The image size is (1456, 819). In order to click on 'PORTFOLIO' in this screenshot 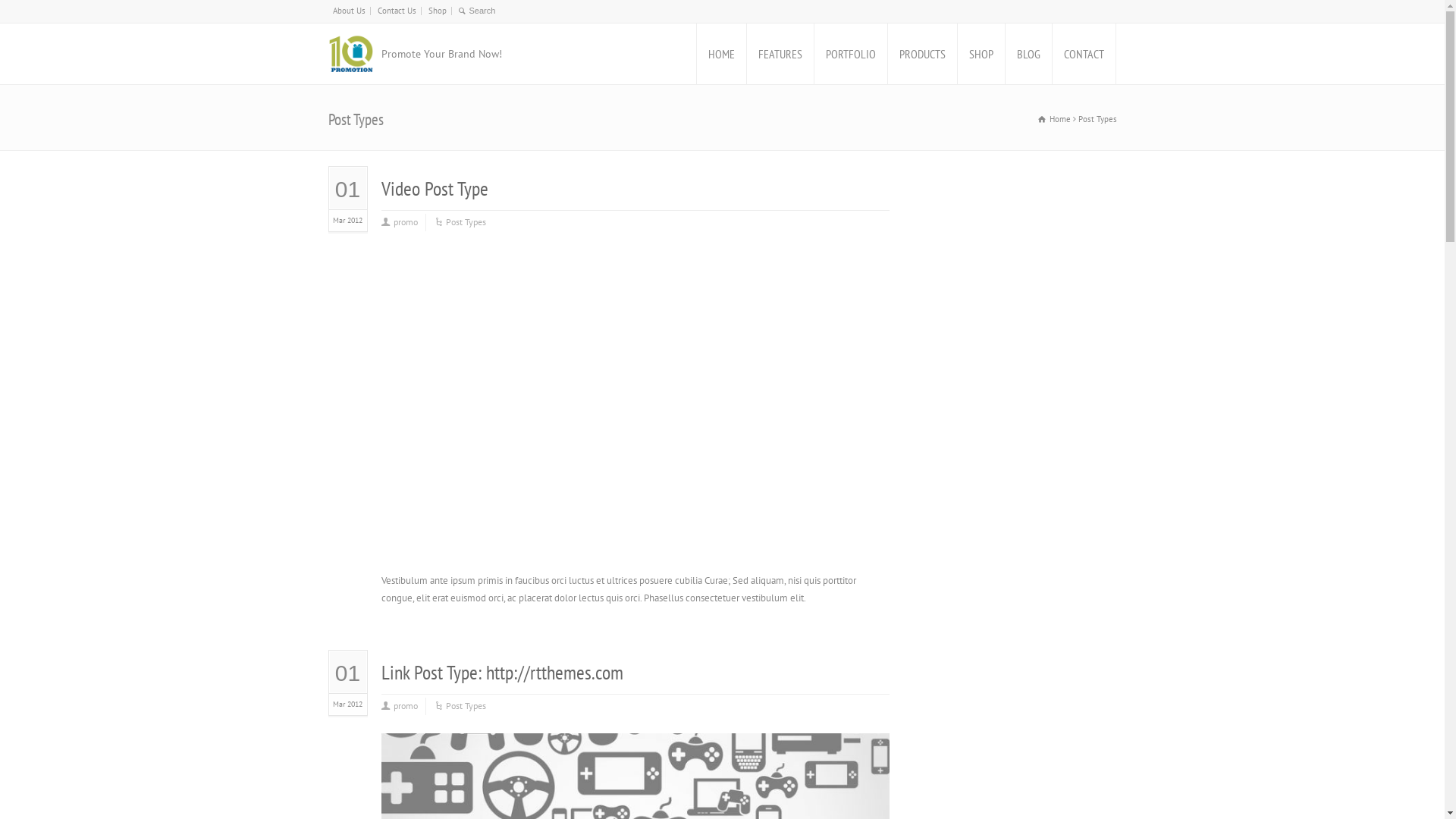, I will do `click(851, 52)`.